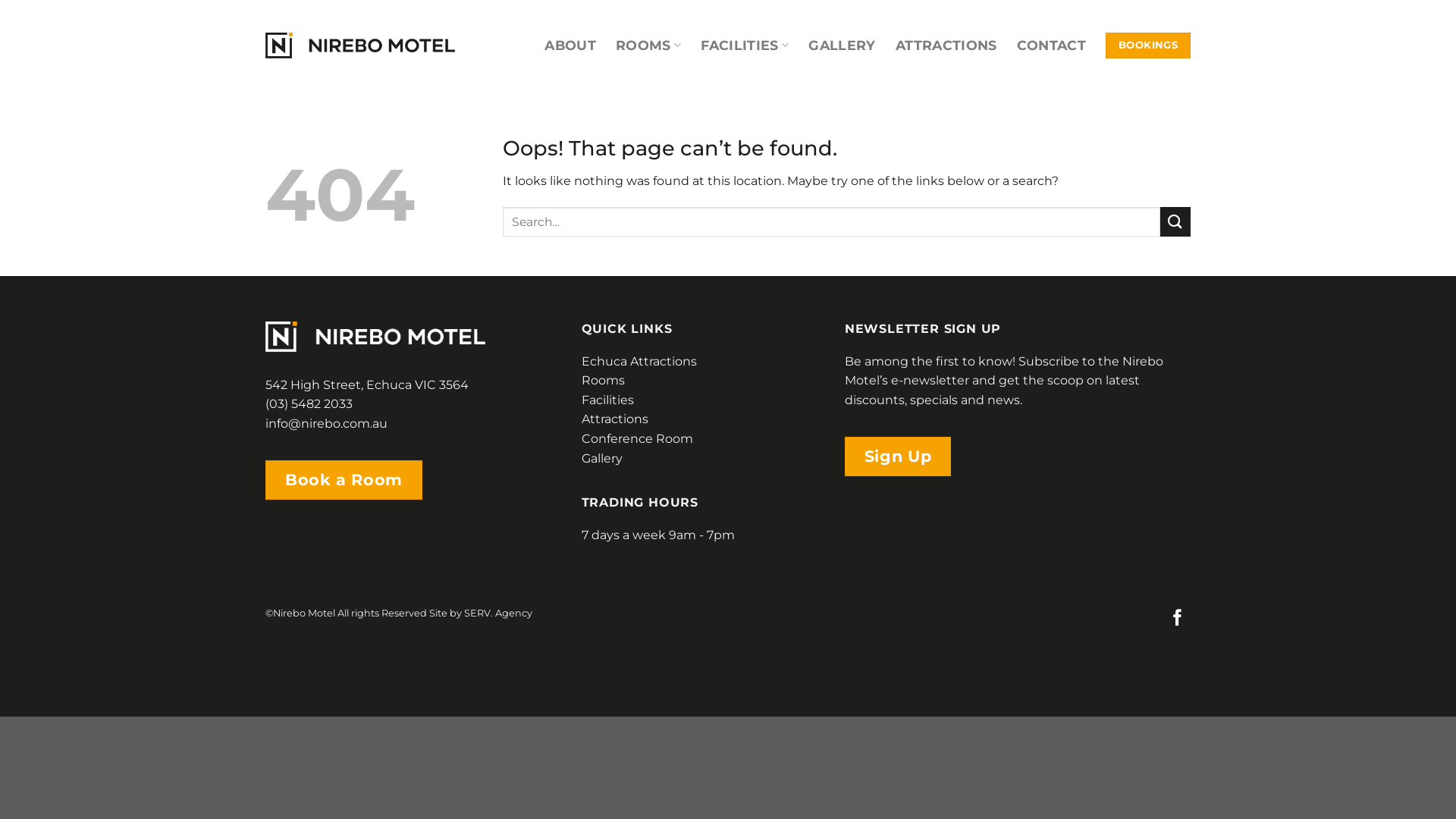 Image resolution: width=1456 pixels, height=819 pixels. I want to click on 'Follow on Facebook', so click(1177, 619).